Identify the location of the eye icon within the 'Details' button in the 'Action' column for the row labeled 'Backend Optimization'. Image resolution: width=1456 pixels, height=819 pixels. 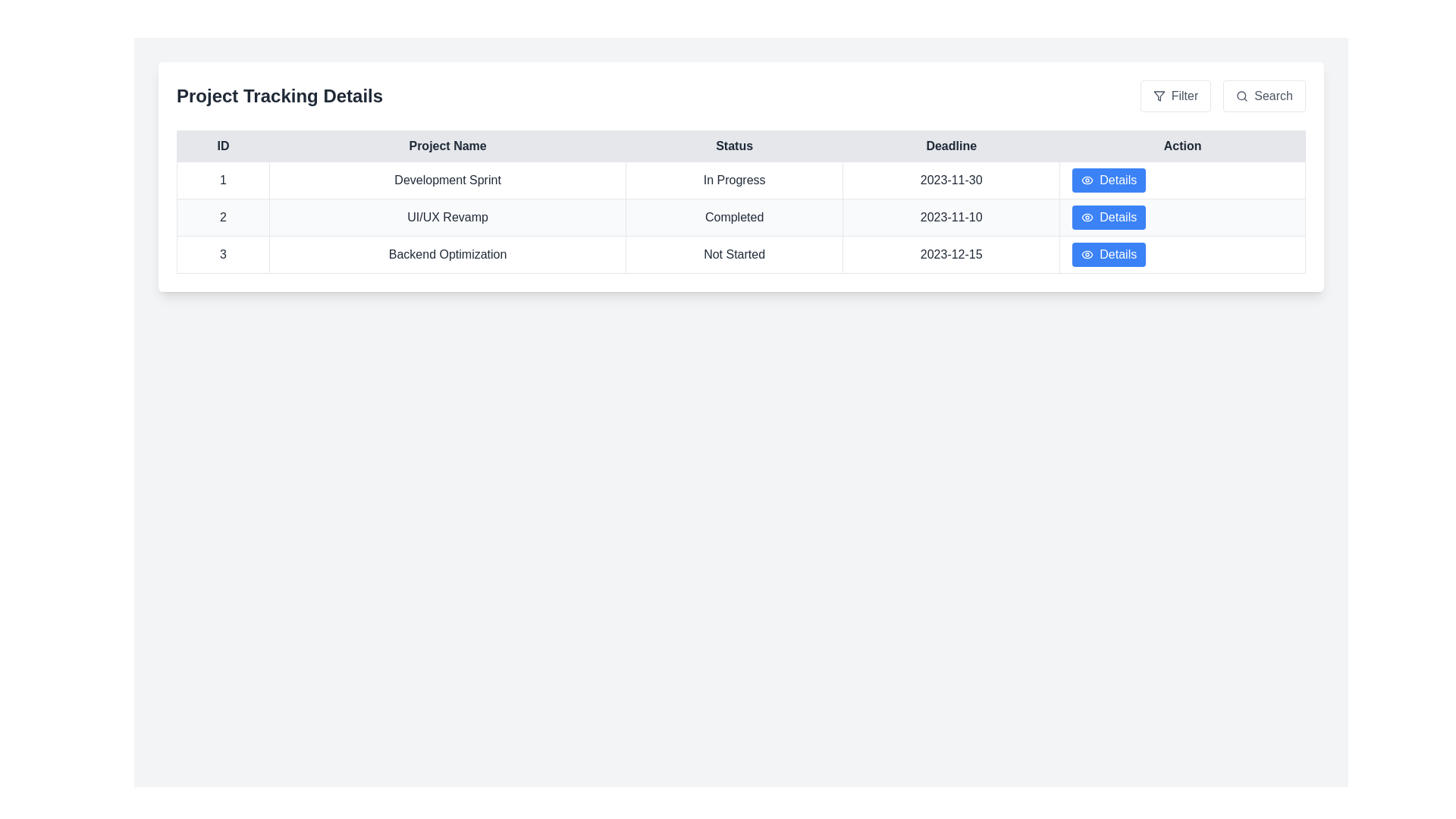
(1087, 253).